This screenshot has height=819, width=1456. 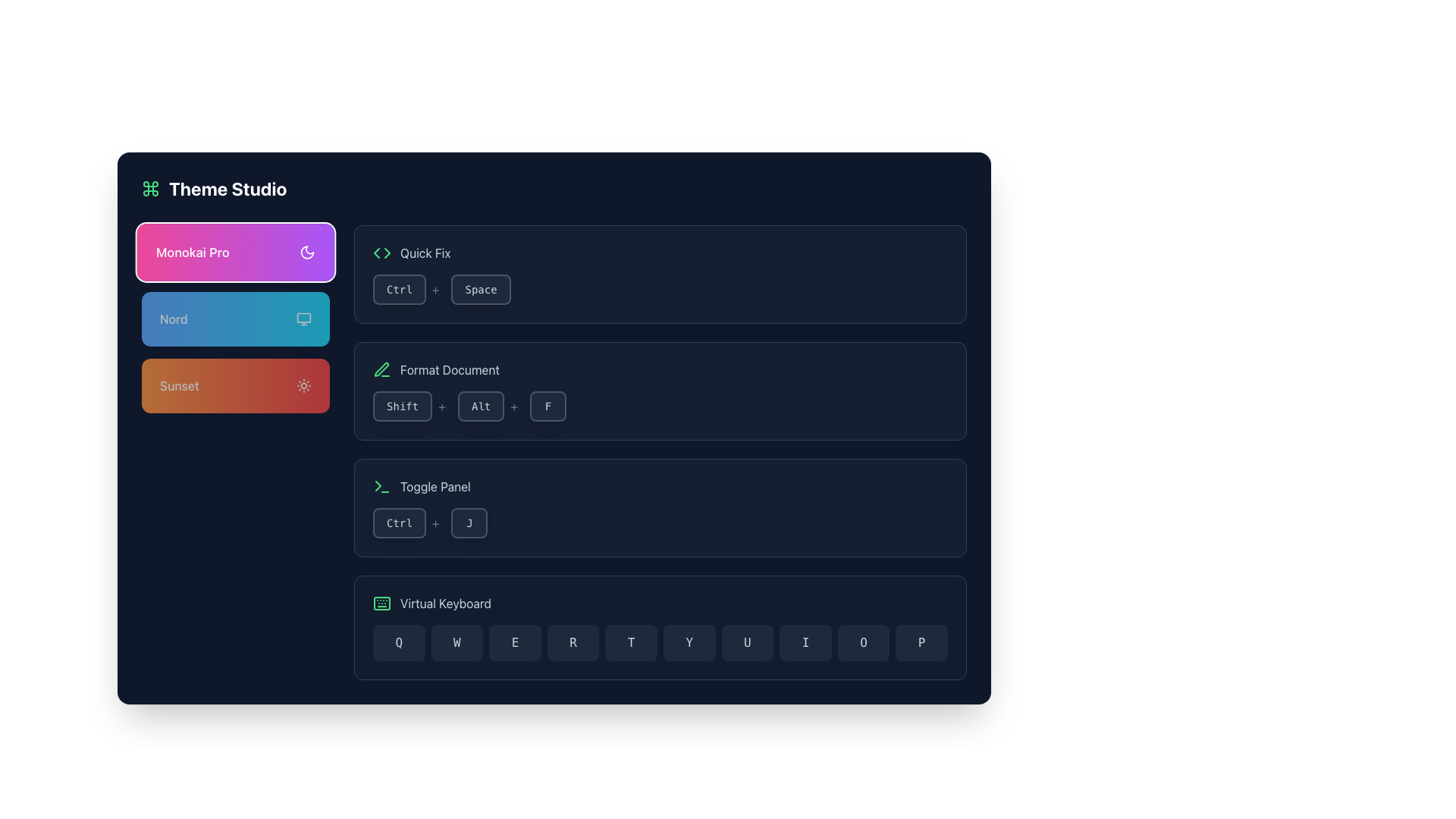 What do you see at coordinates (409, 289) in the screenshot?
I see `the 'Ctrl' keyboard key representation in the 'Quick Fix' section, which is a rectangular button with a dark background and rounded edges, labeled in light gray monospaced font` at bounding box center [409, 289].